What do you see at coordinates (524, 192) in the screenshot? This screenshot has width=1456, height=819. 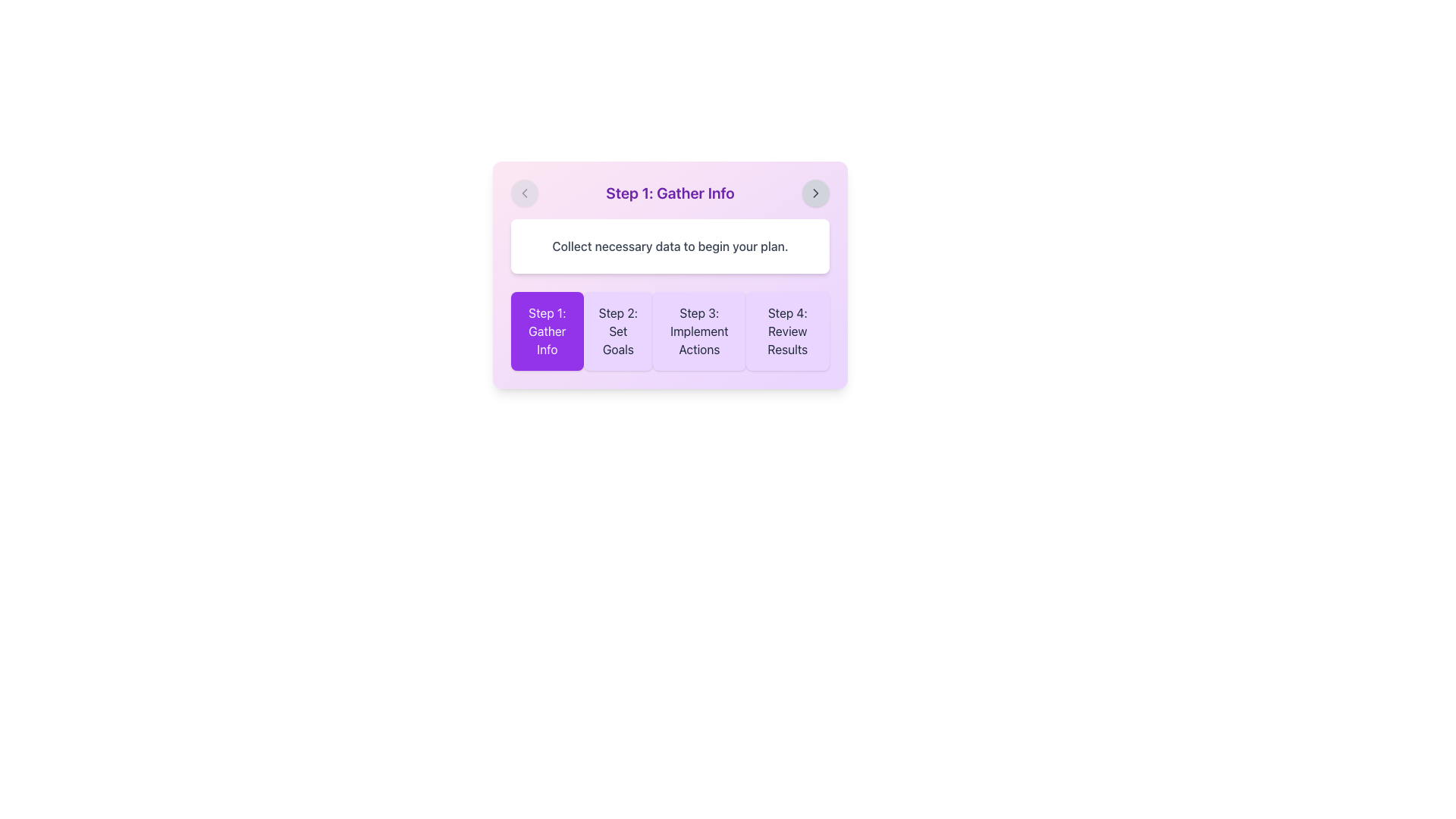 I see `the disabled navigation icon located in the top-left region of the navigation interface, adjacent to the 'Step 1: Gather Info' title` at bounding box center [524, 192].